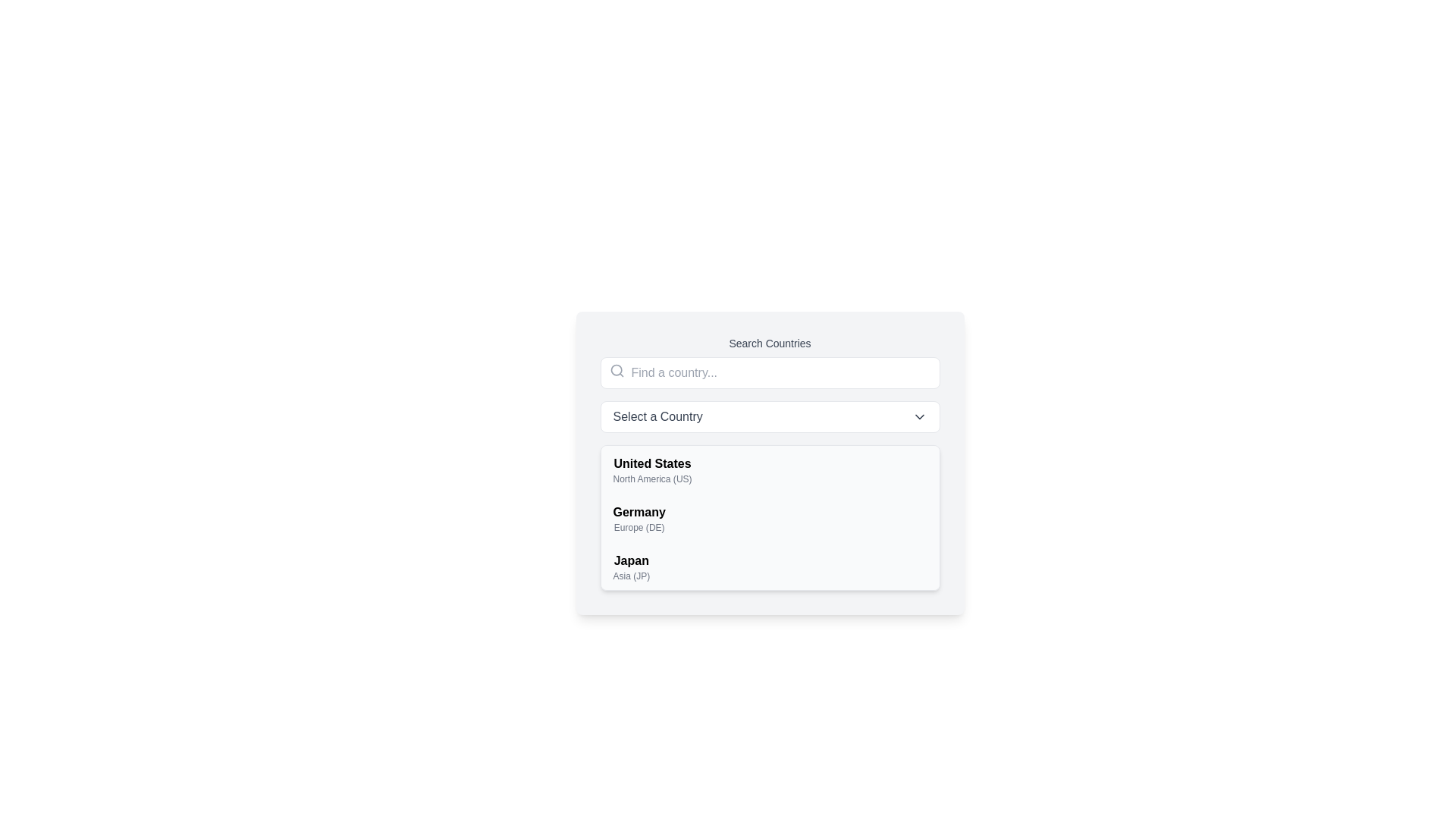 This screenshot has height=819, width=1456. Describe the element at coordinates (617, 371) in the screenshot. I see `the circular gray magnifying glass icon located on the left side of the search input field` at that location.